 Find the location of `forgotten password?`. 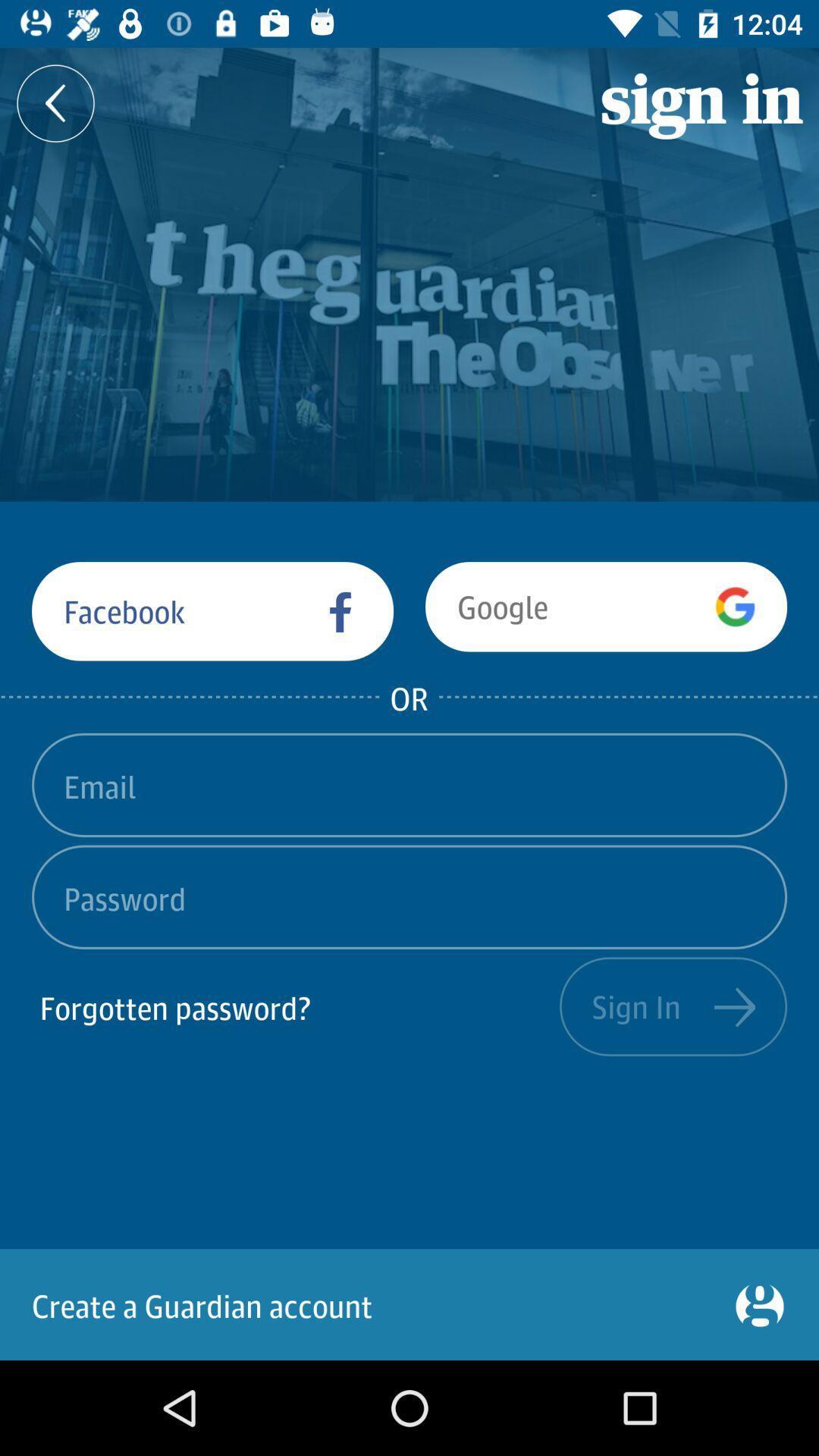

forgotten password? is located at coordinates (295, 1006).